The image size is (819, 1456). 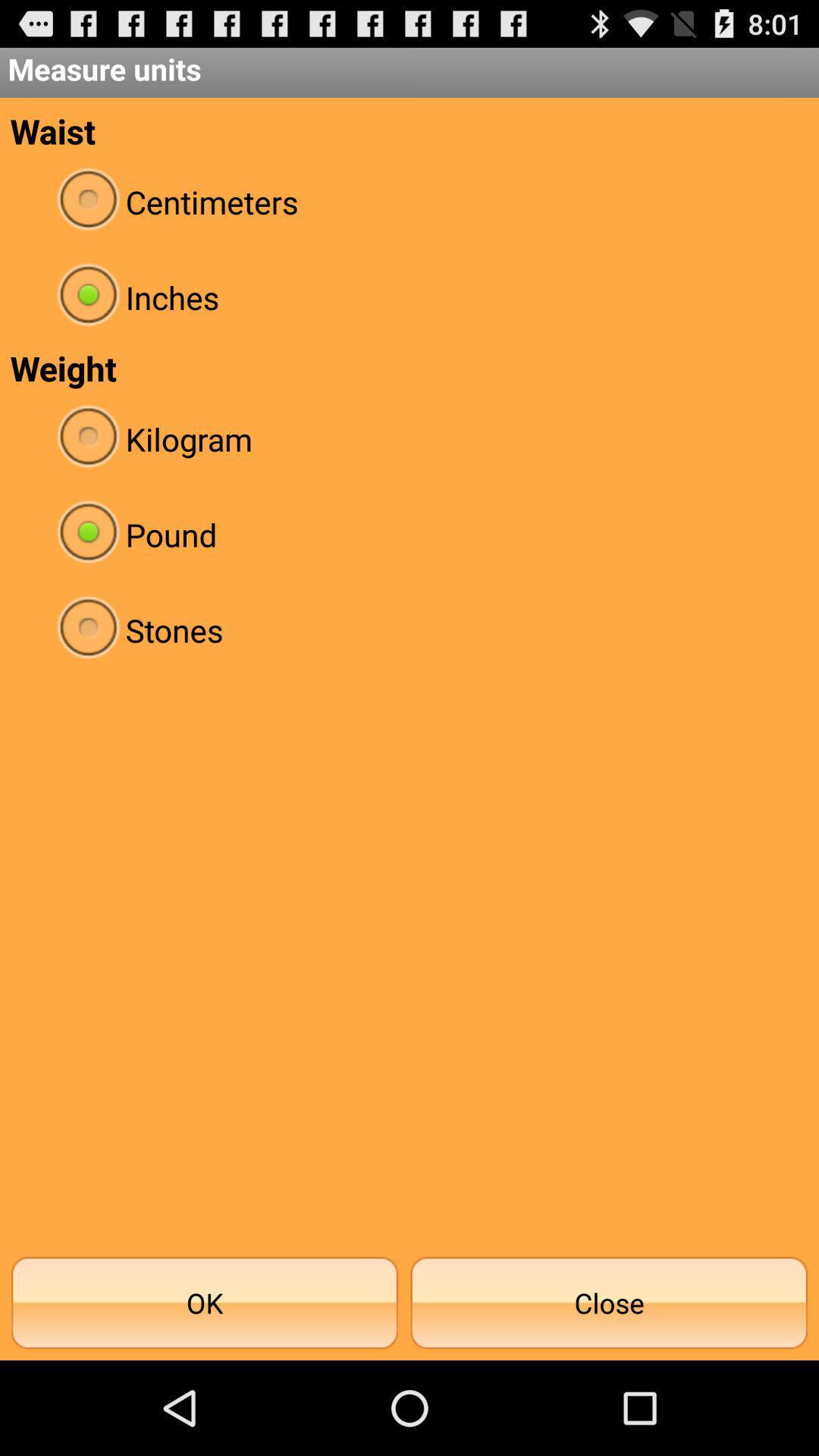 I want to click on kilogram item, so click(x=409, y=438).